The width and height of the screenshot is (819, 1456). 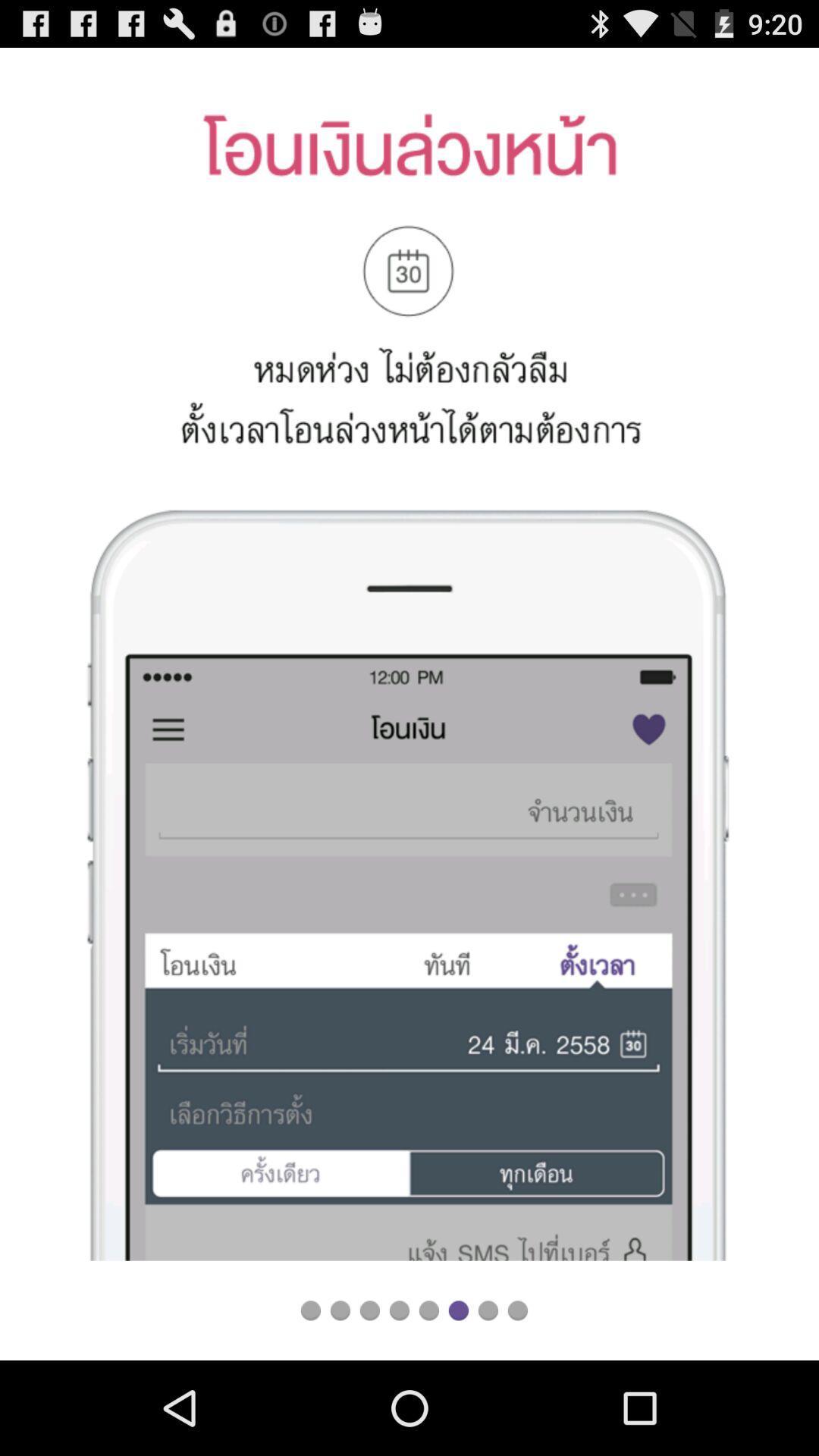 I want to click on page one, so click(x=309, y=1310).